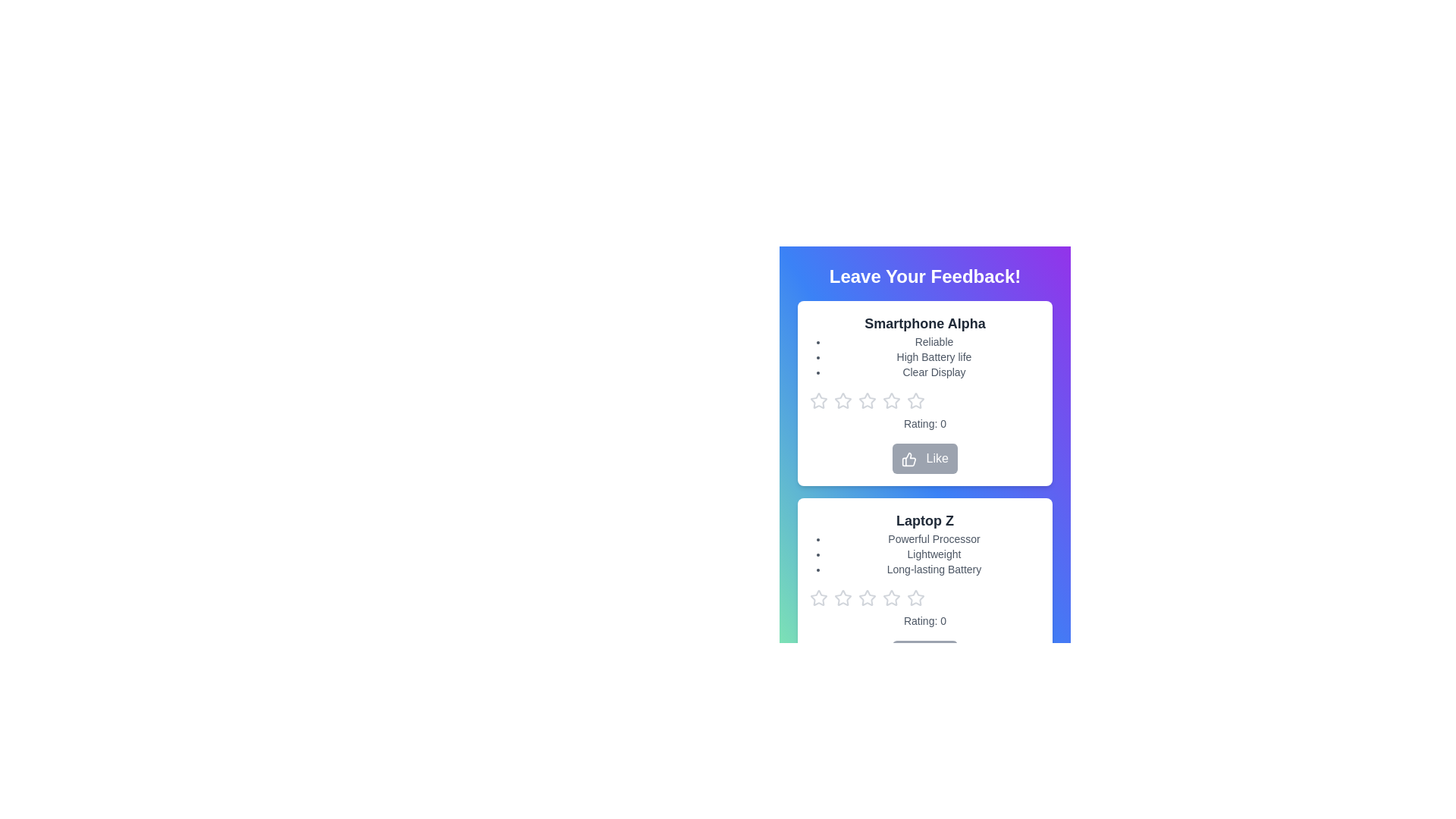 This screenshot has height=819, width=1456. What do you see at coordinates (915, 597) in the screenshot?
I see `the fourth star icon in the rating system for 'Laptop Z'` at bounding box center [915, 597].